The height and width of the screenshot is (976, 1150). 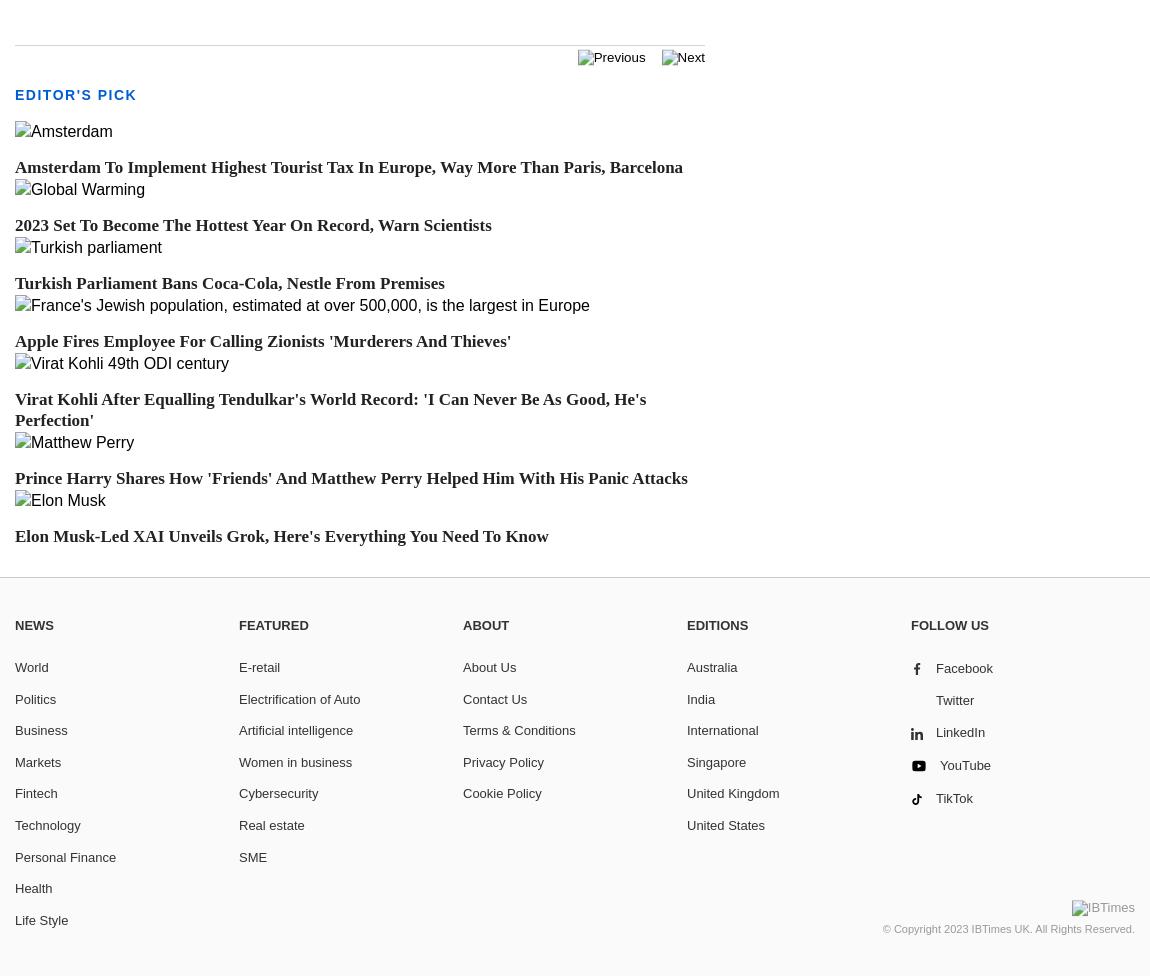 I want to click on 'Markets', so click(x=36, y=761).